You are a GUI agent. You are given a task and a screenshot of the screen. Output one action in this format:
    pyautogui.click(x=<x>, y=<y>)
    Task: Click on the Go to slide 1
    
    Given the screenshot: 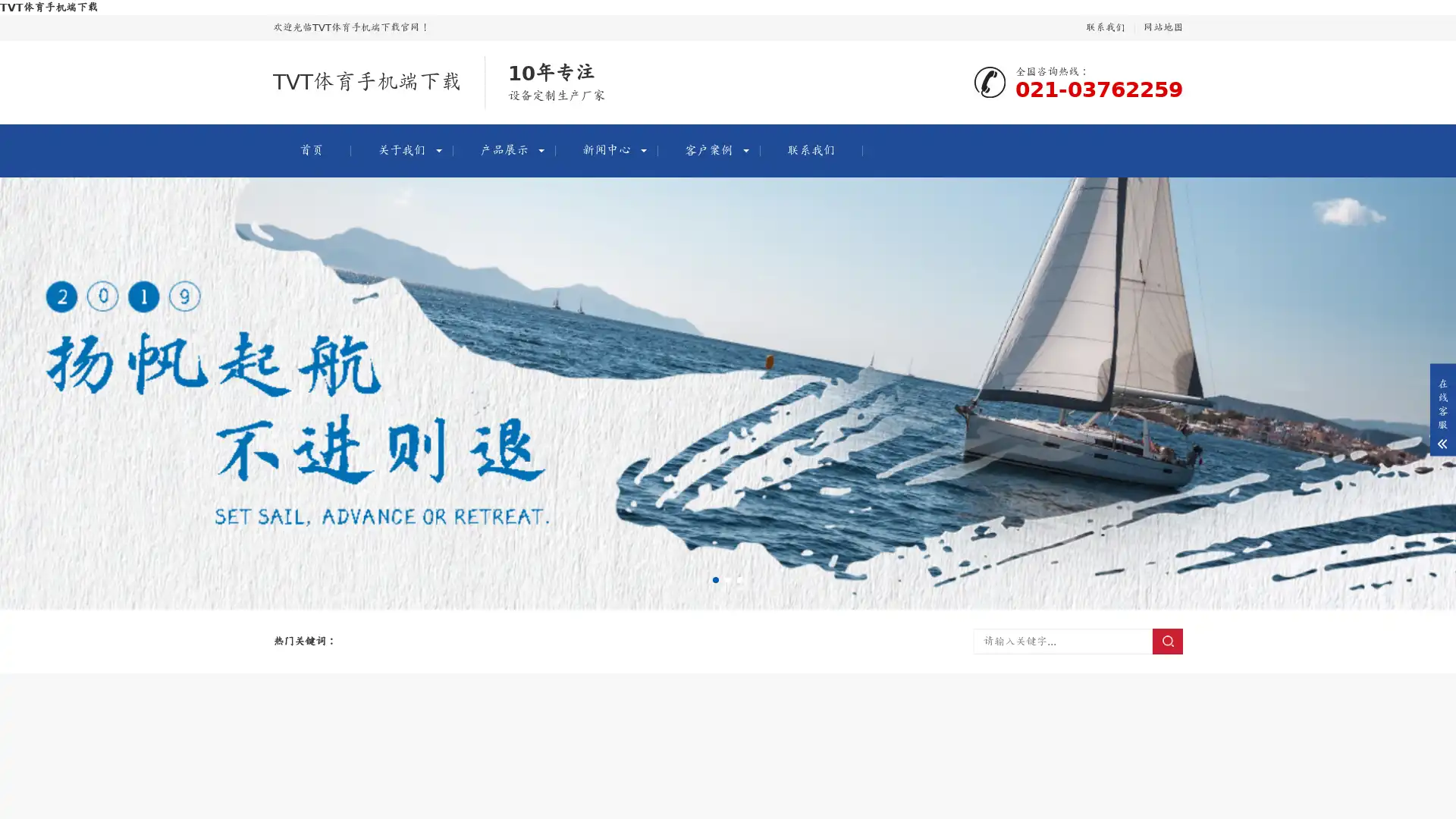 What is the action you would take?
    pyautogui.click(x=715, y=579)
    